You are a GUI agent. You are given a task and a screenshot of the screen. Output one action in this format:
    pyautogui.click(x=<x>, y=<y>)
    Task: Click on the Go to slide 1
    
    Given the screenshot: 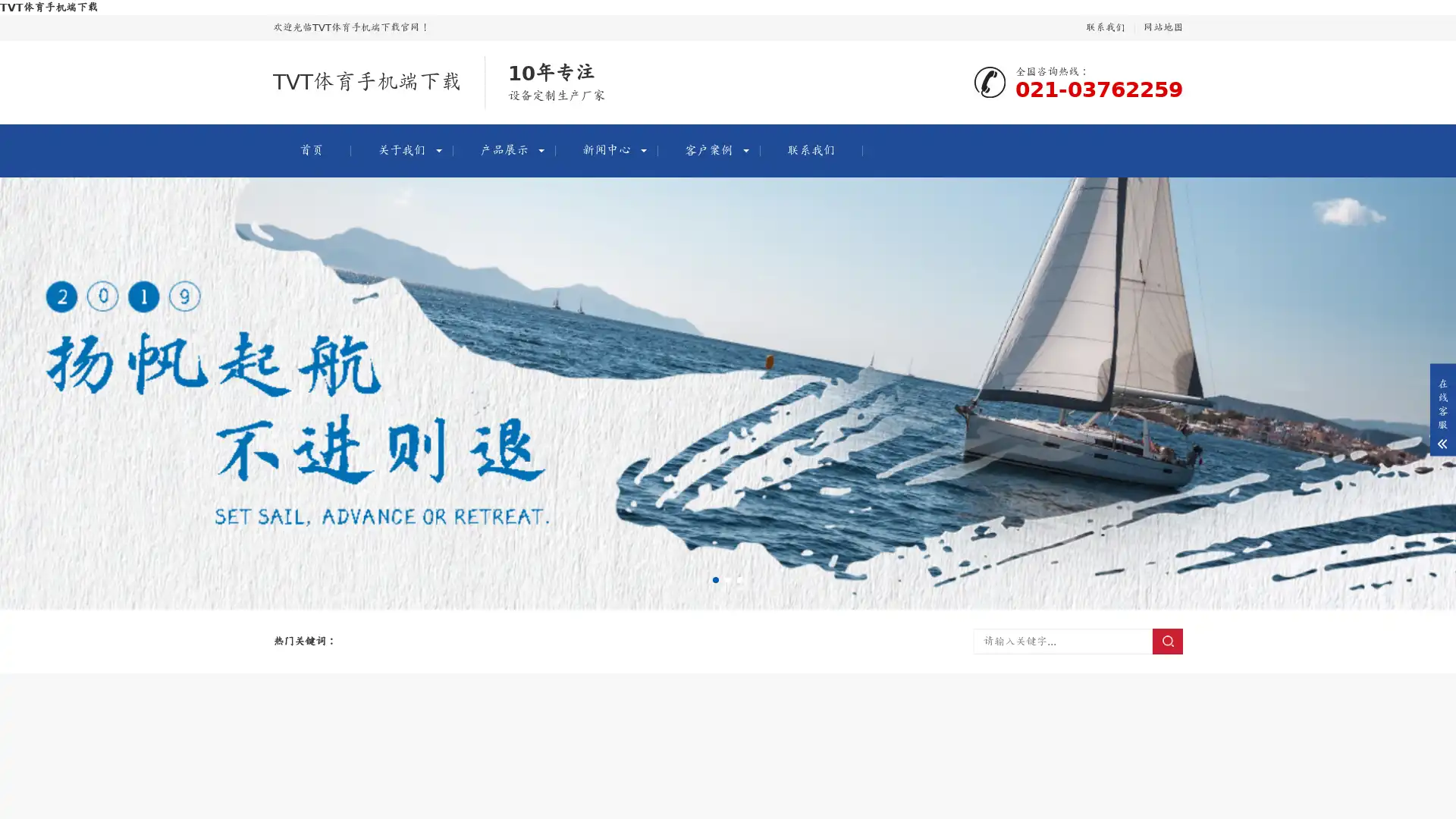 What is the action you would take?
    pyautogui.click(x=715, y=579)
    